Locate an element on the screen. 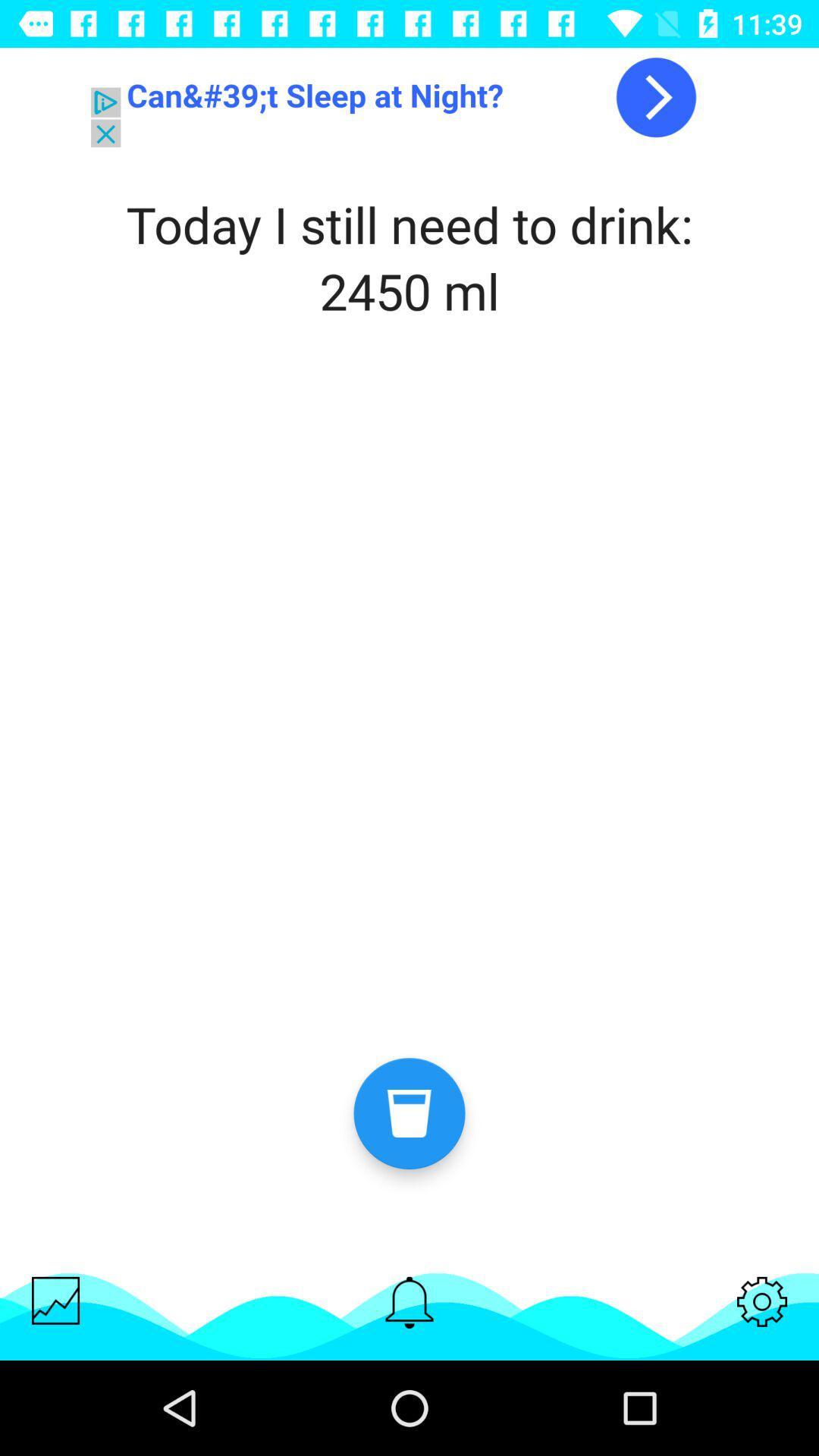 This screenshot has height=1456, width=819. notifications is located at coordinates (409, 1301).